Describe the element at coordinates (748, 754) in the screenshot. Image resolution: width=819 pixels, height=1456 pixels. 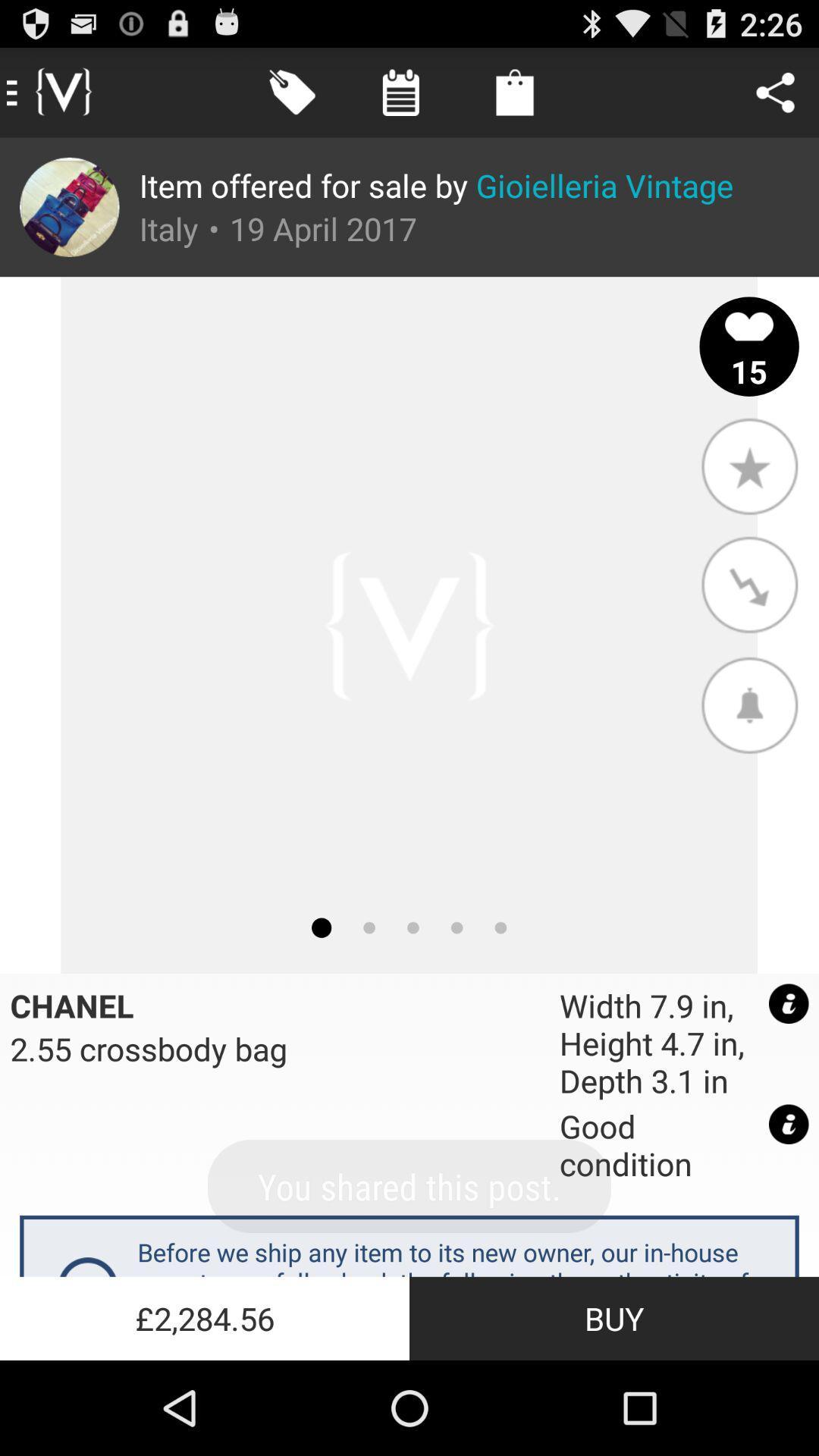
I see `the notifications icon` at that location.